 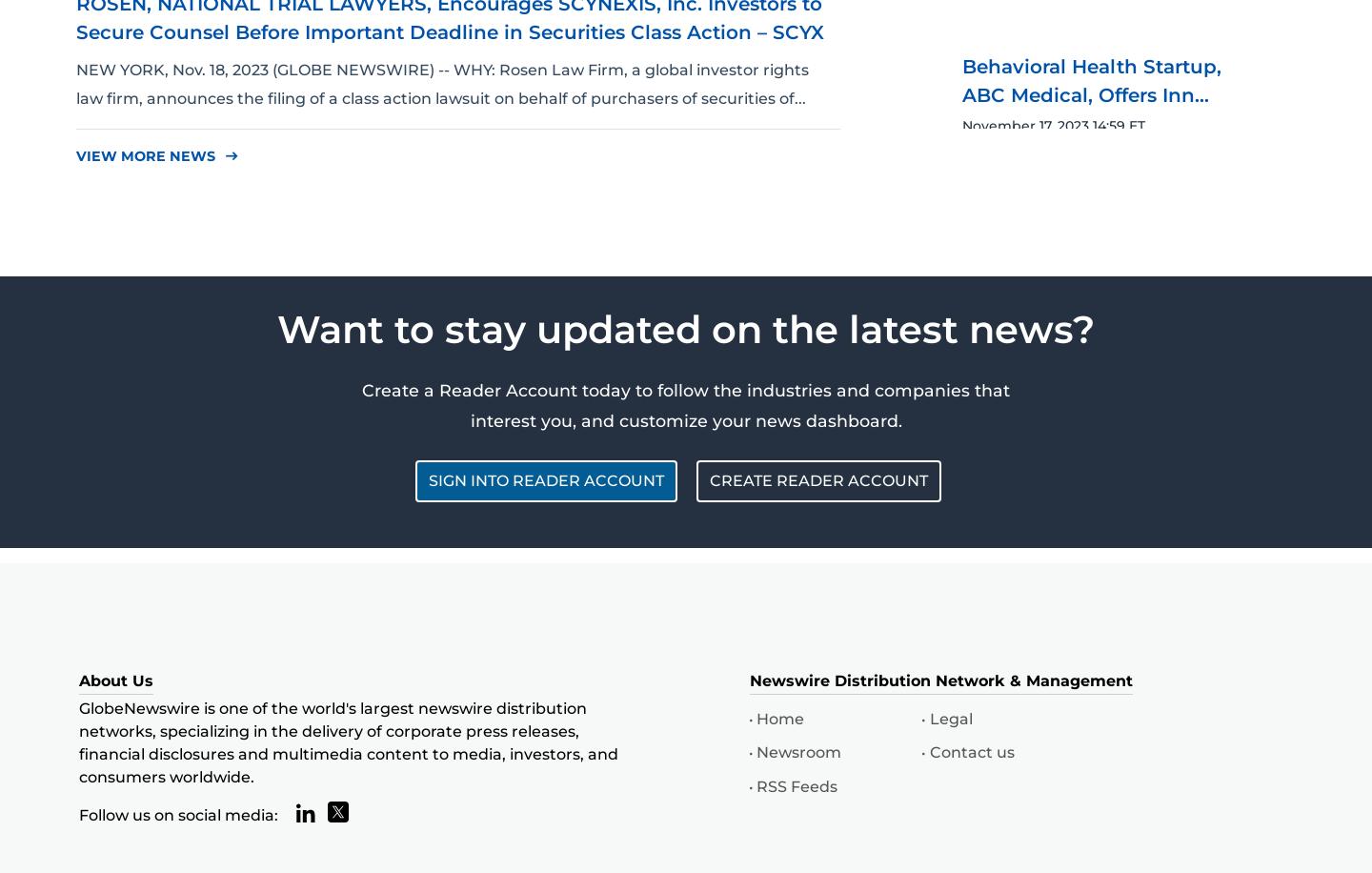 I want to click on 'Follow us on social media:', so click(x=78, y=814).